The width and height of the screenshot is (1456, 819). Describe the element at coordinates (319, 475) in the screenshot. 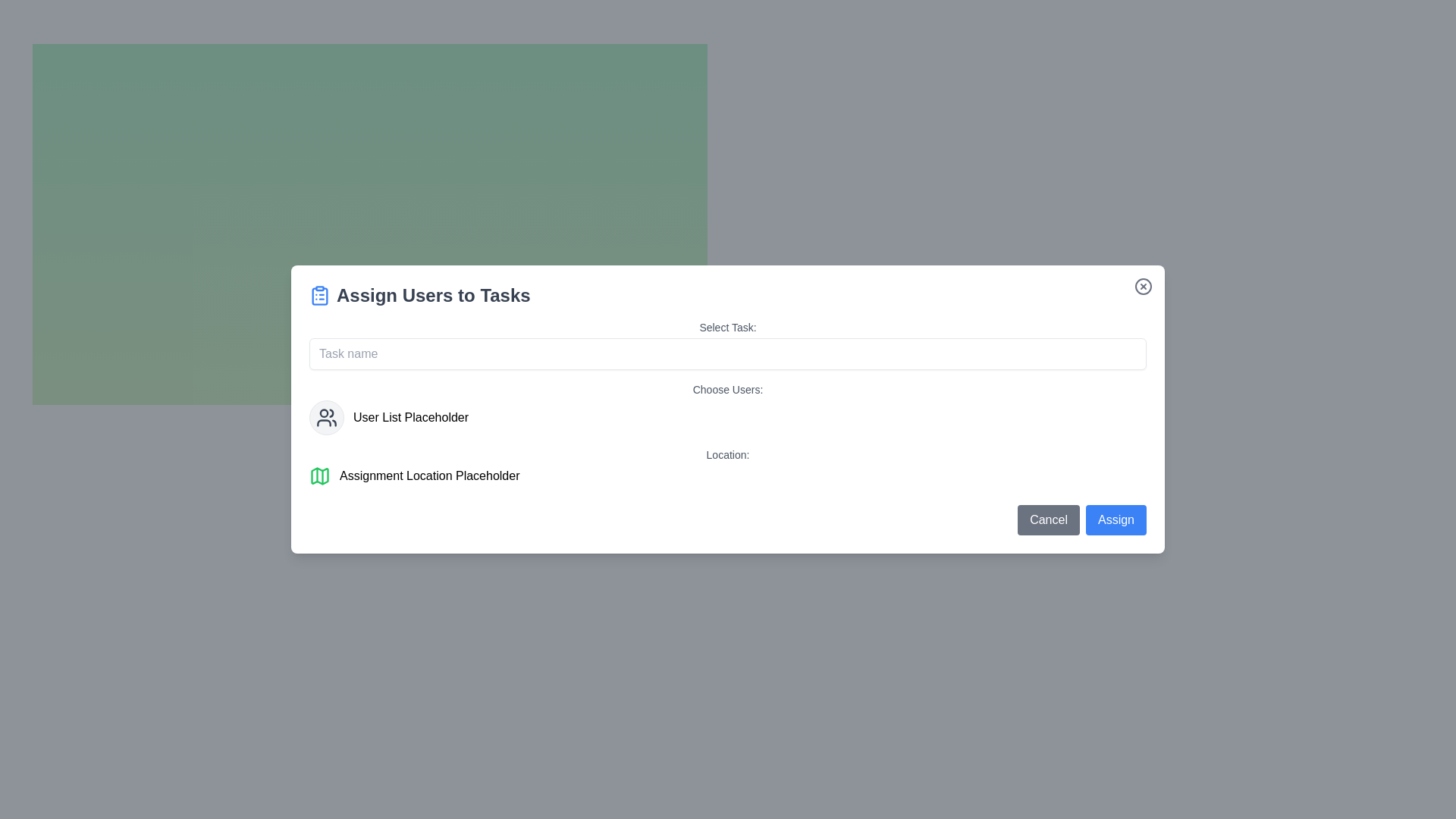

I see `the mapping or location functionality icon located in the 'Assignment Location Placeholder' section, positioned between two vertical line elements below the 'User List Placeholder'` at that location.